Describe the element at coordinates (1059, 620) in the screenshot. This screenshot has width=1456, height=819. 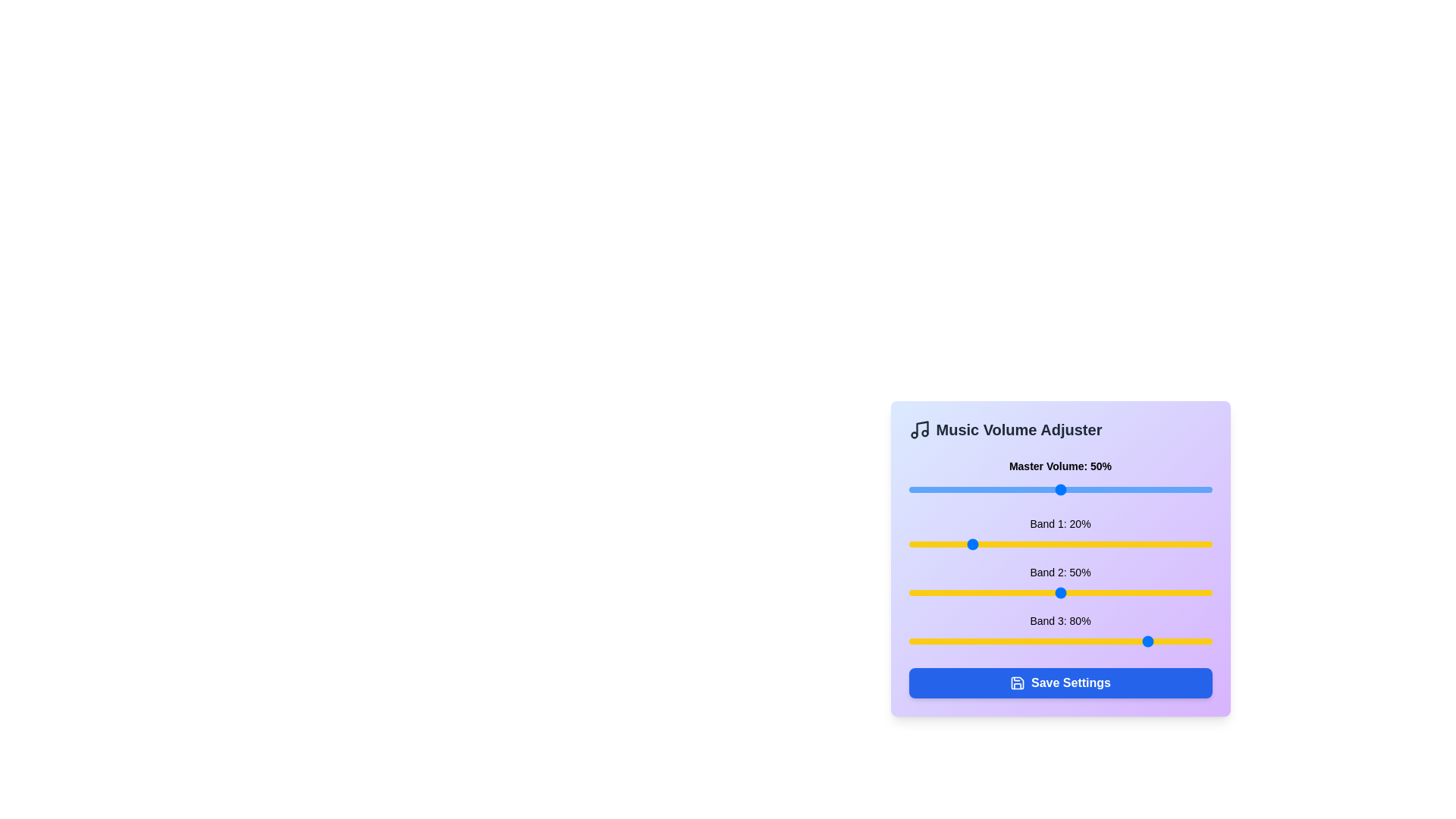
I see `the text label displaying 'Band 3: 80%' which is located in the bottom section of the panel, above the yellow slider and below the 'Band 2' slider` at that location.